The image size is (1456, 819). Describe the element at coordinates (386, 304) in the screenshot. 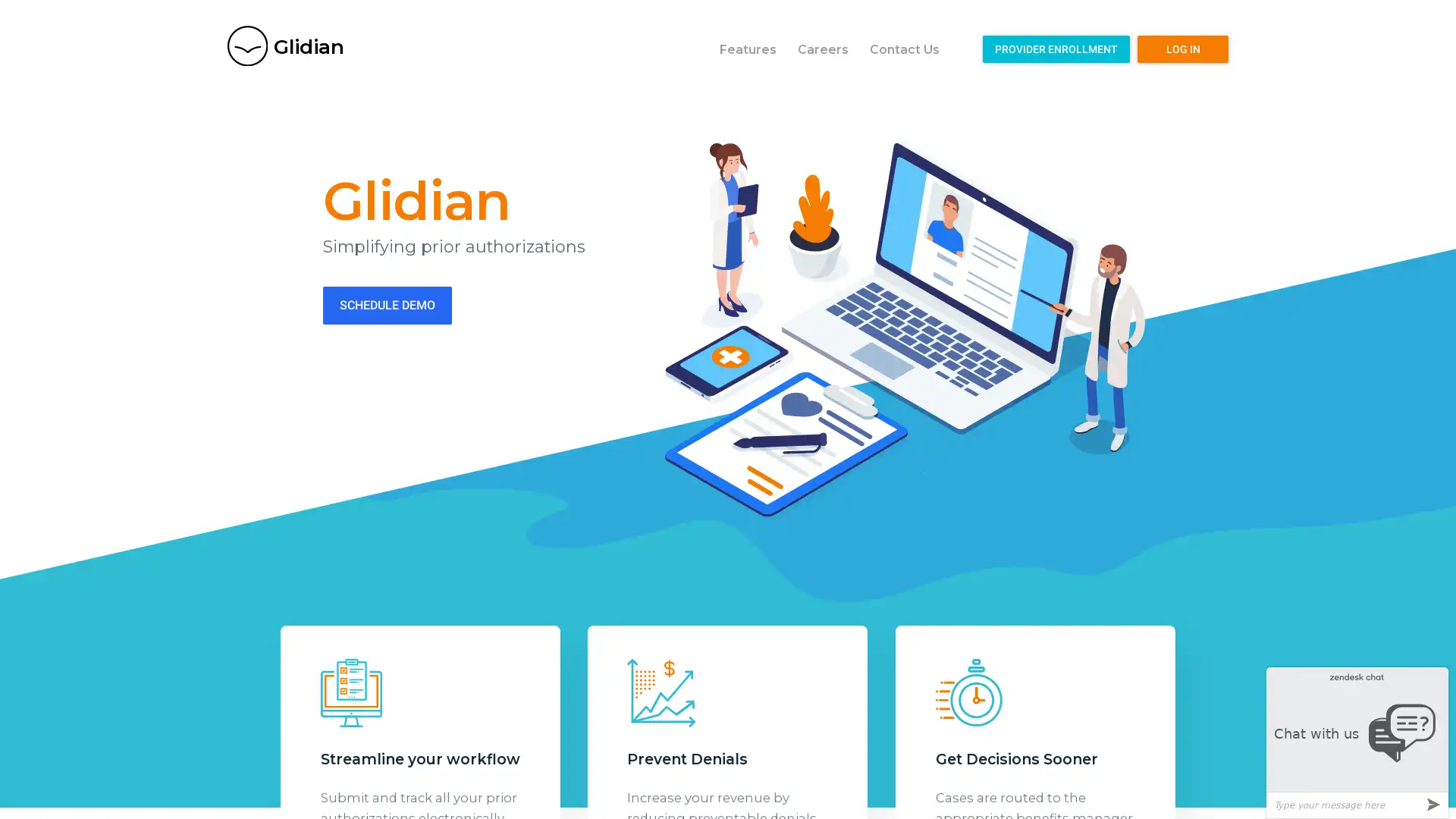

I see `SCHEDULE DEMO` at that location.